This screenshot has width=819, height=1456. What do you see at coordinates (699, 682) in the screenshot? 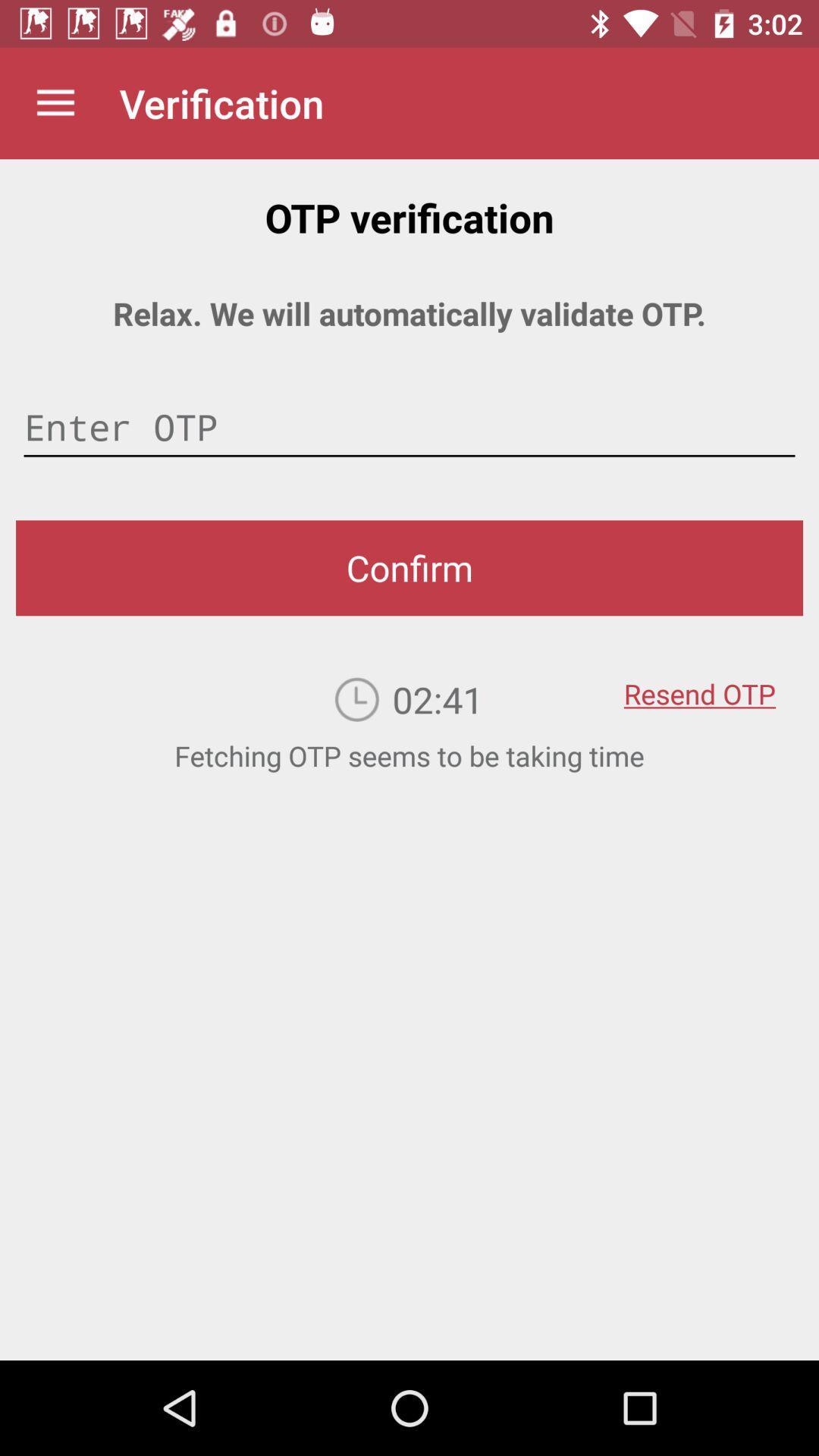
I see `the icon next to 02:40` at bounding box center [699, 682].